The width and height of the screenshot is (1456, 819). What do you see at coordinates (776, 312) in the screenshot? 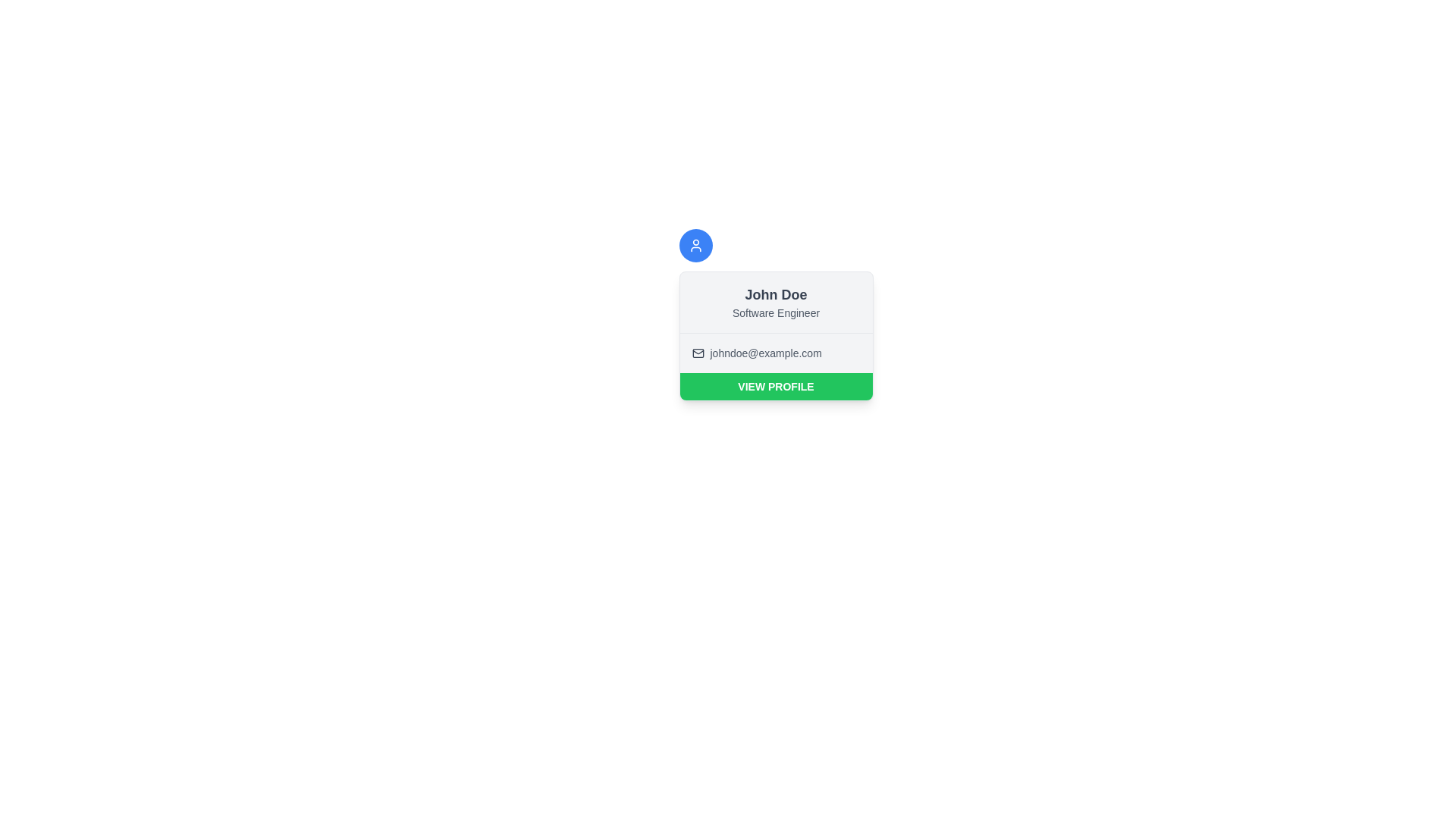
I see `the text label displaying the job title 'Software Engineer', which is styled with a smaller font size and a gray color scheme, located under the name 'John Doe' in the card layout` at bounding box center [776, 312].